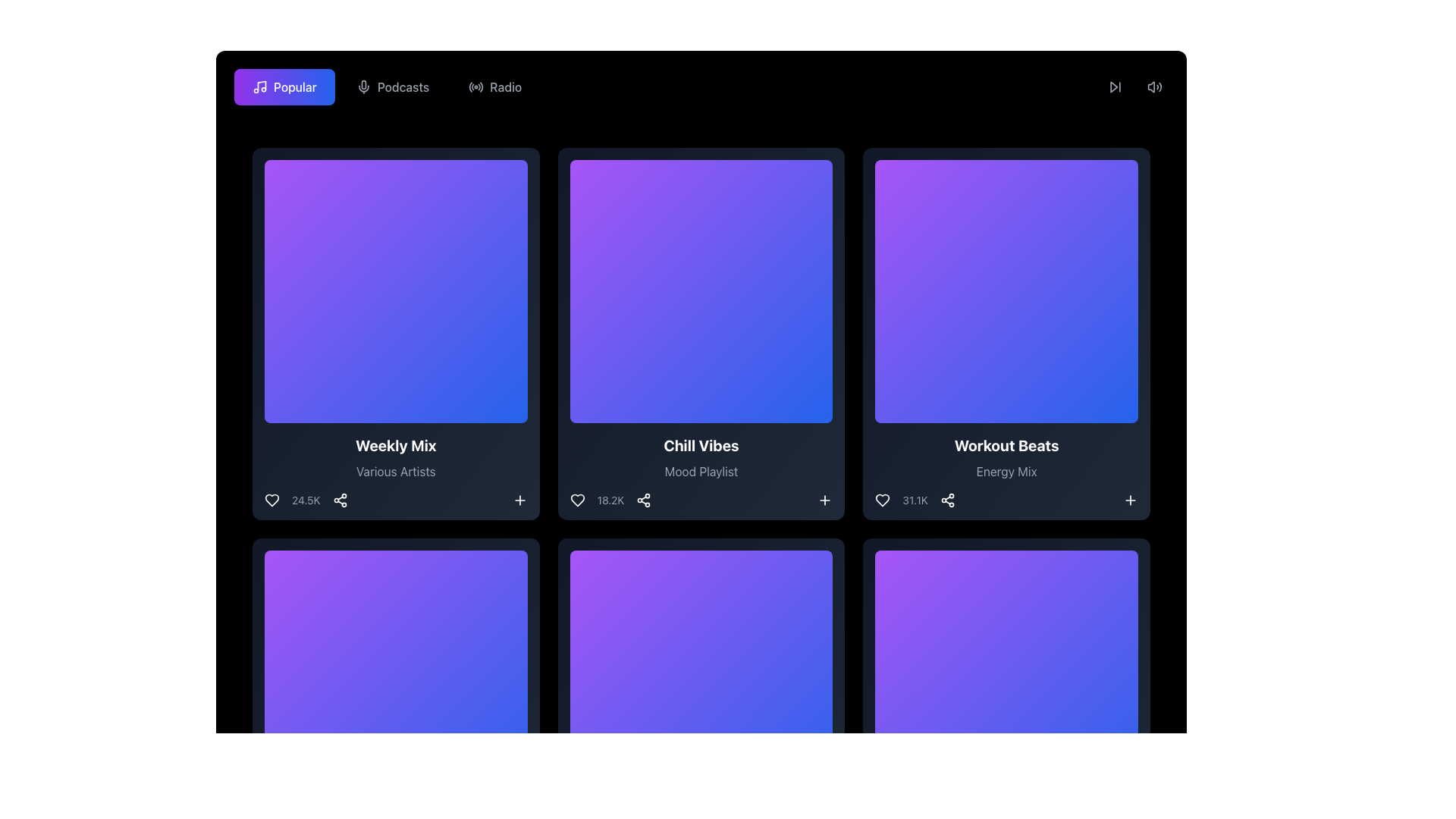  Describe the element at coordinates (362, 87) in the screenshot. I see `the microphone icon in the navigation menu, which is positioned to the left of the 'Podcasts' text and styled in a minimalist line art design` at that location.